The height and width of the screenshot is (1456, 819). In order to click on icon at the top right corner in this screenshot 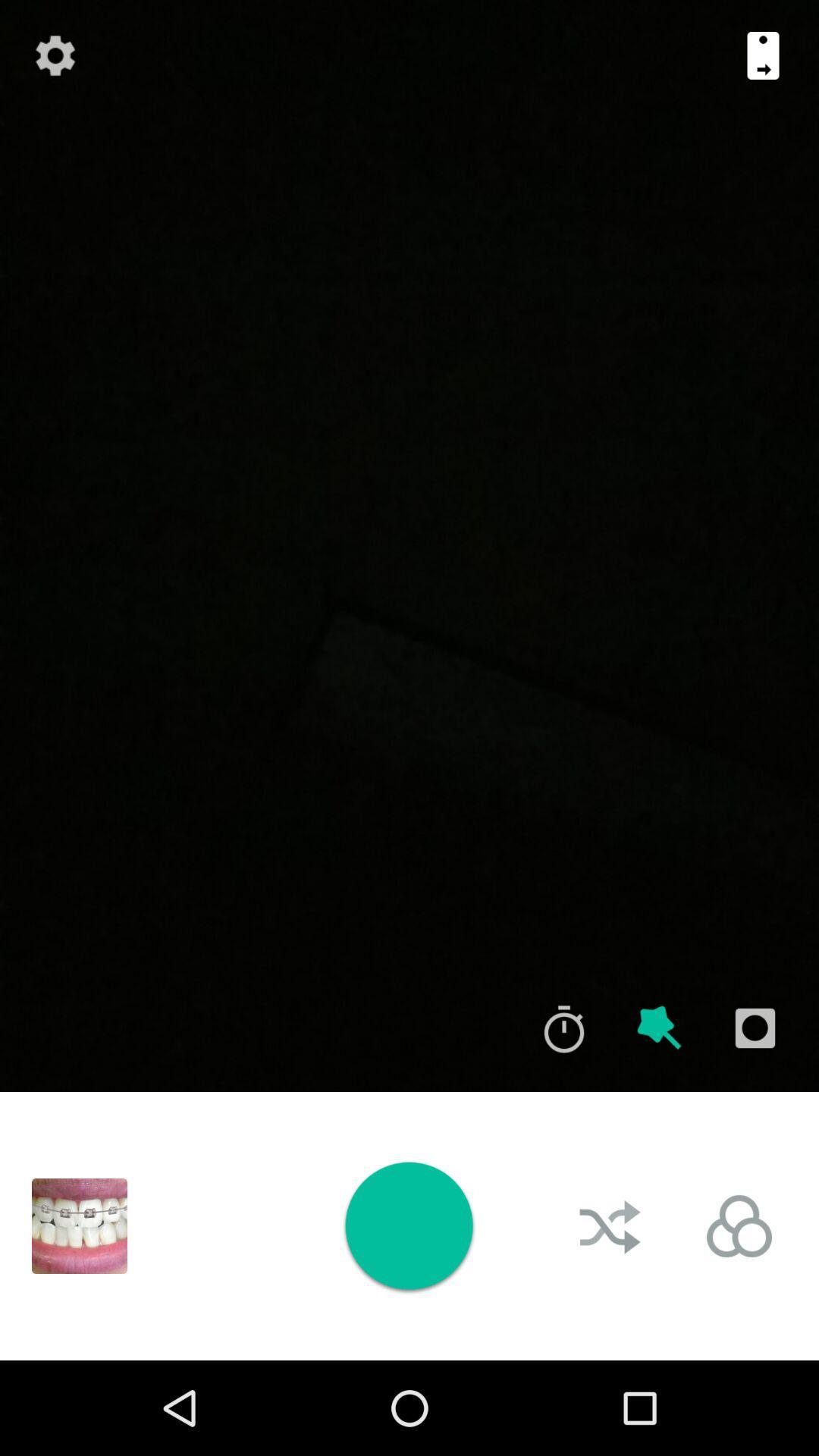, I will do `click(763, 55)`.